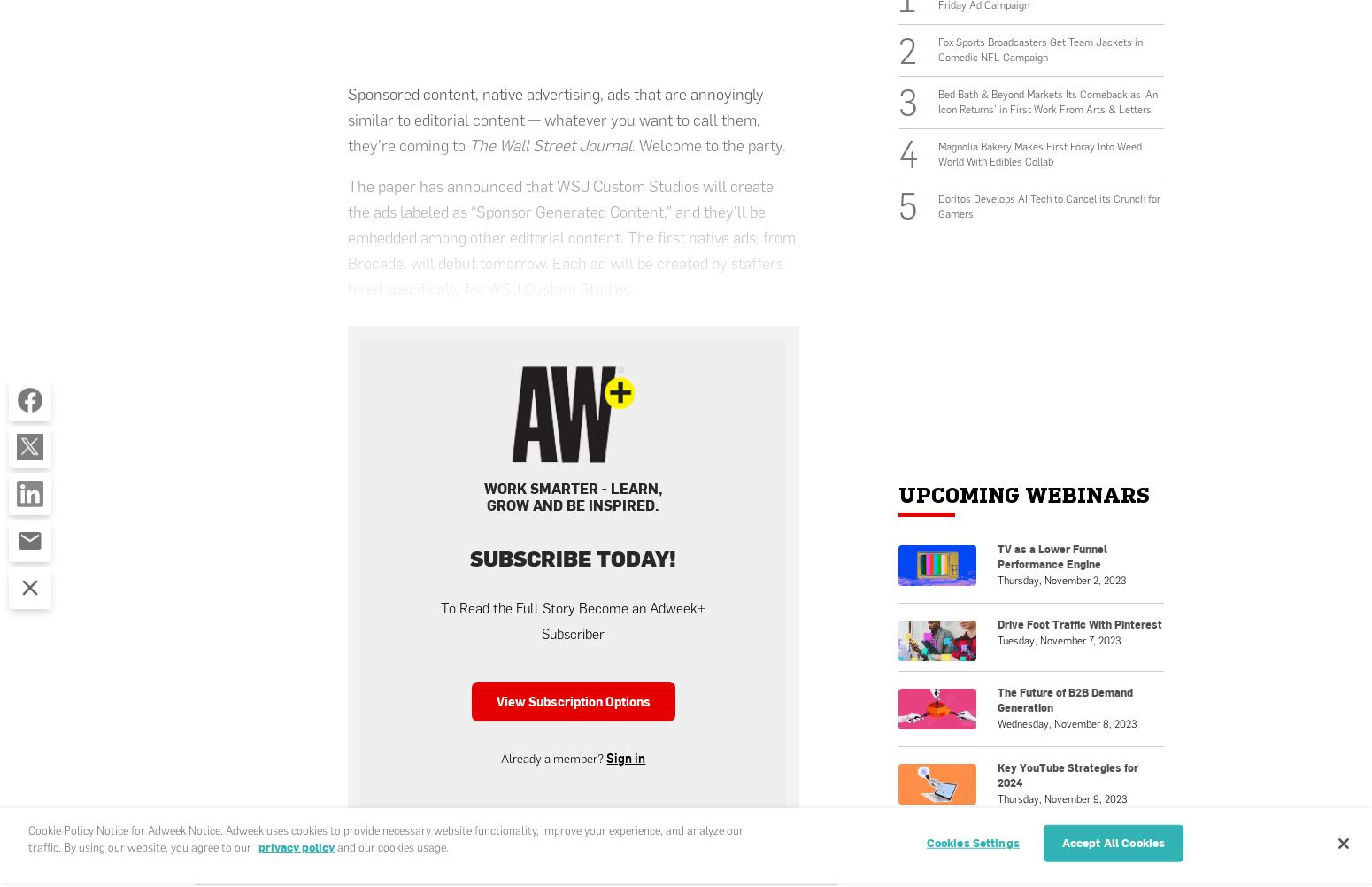 Image resolution: width=1372 pixels, height=887 pixels. What do you see at coordinates (708, 144) in the screenshot?
I see `'. Welcome to the party.'` at bounding box center [708, 144].